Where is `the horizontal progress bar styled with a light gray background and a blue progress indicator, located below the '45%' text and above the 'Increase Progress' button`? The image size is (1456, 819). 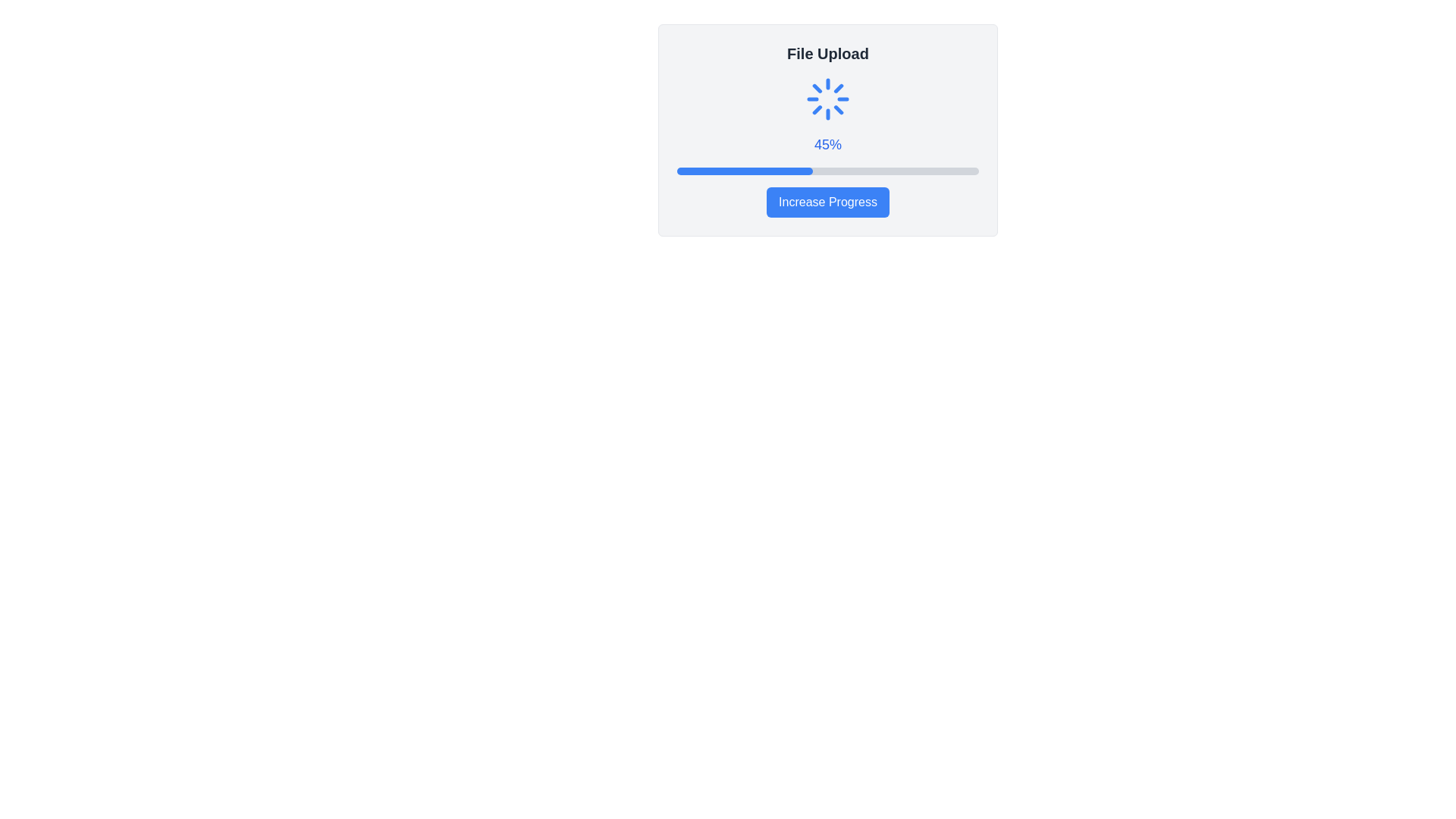 the horizontal progress bar styled with a light gray background and a blue progress indicator, located below the '45%' text and above the 'Increase Progress' button is located at coordinates (827, 171).